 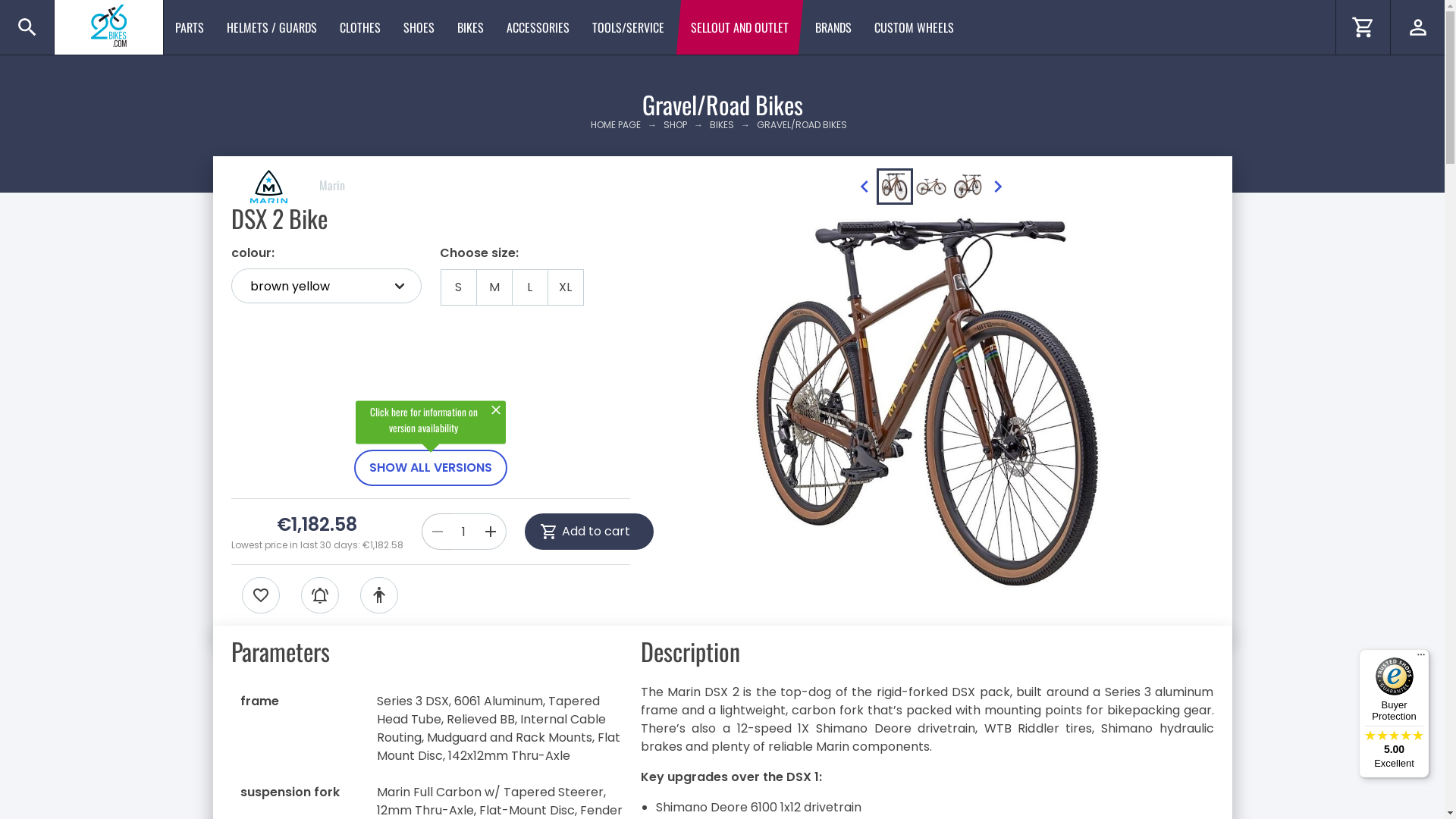 I want to click on 'CUSTOM WHEELS', so click(x=913, y=27).